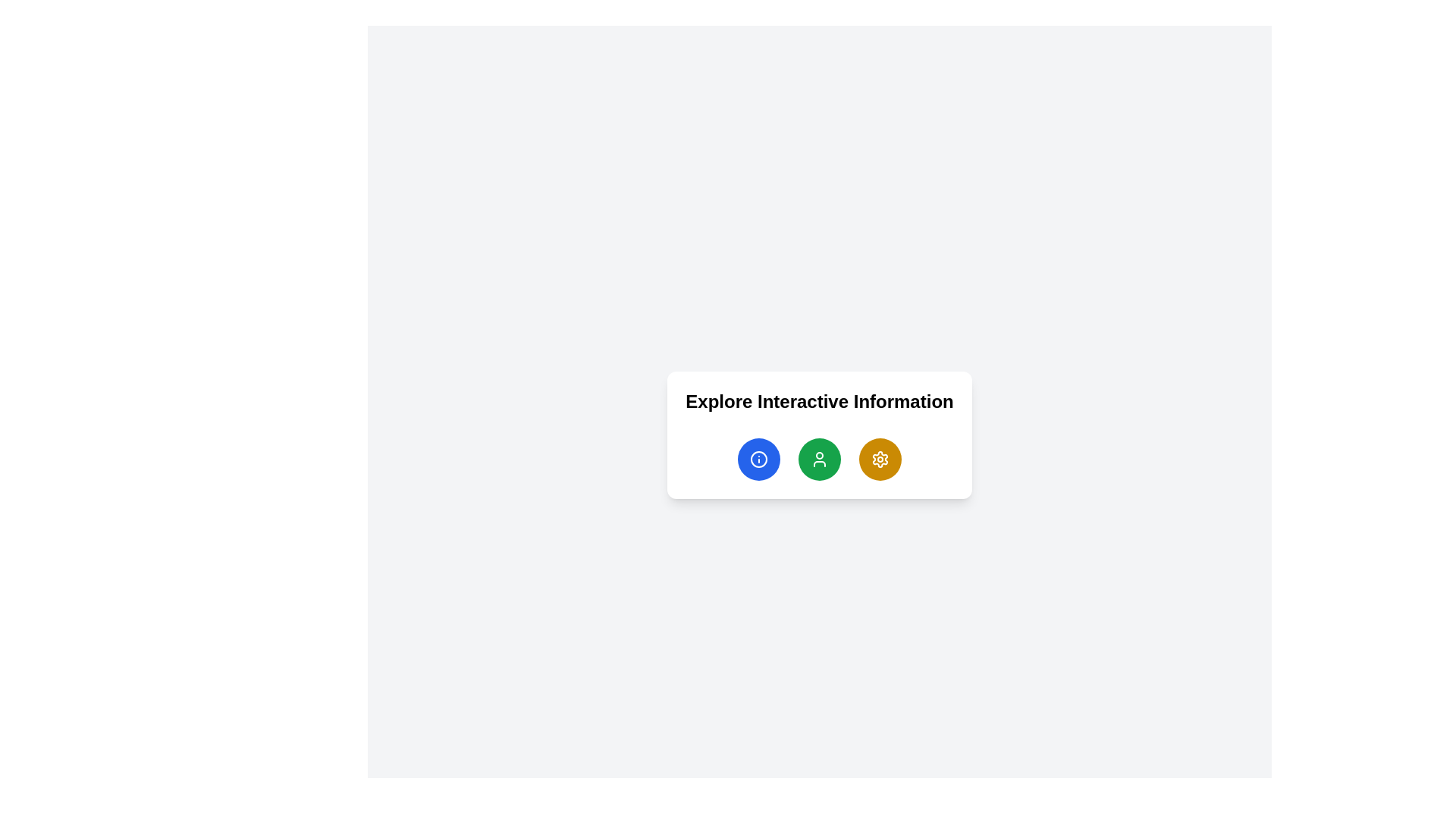 Image resolution: width=1456 pixels, height=819 pixels. Describe the element at coordinates (880, 458) in the screenshot. I see `the third circular icon button in the card labeled 'Explore Interactive Information'` at that location.